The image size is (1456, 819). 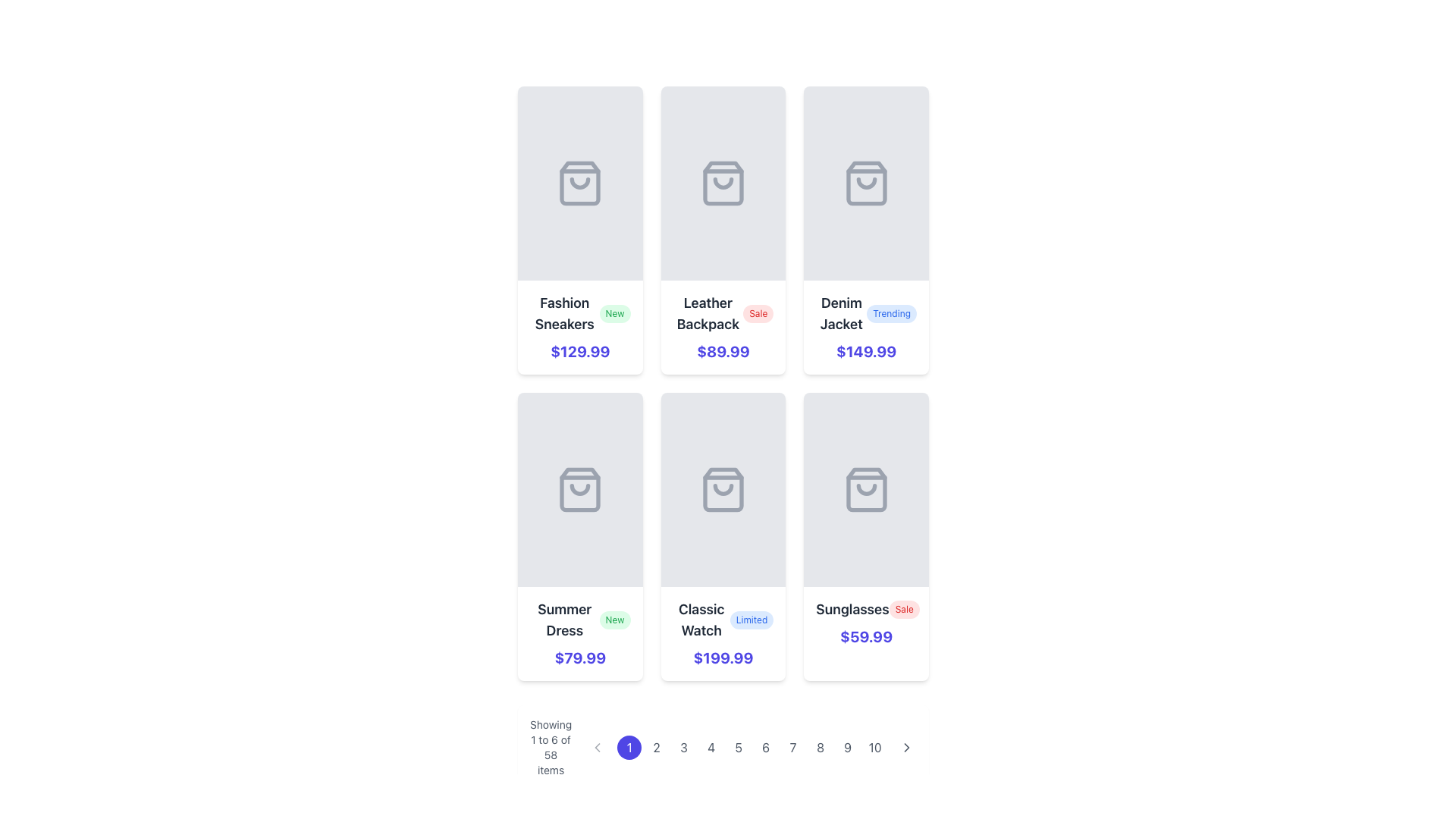 I want to click on the text label displaying the price '$89.99' in a bold and large indigo font, located within the 'Leather Backpack' card in the second column of the first row, below the 'Leather Backpack' text and a red 'Sale' badge, so click(x=723, y=351).